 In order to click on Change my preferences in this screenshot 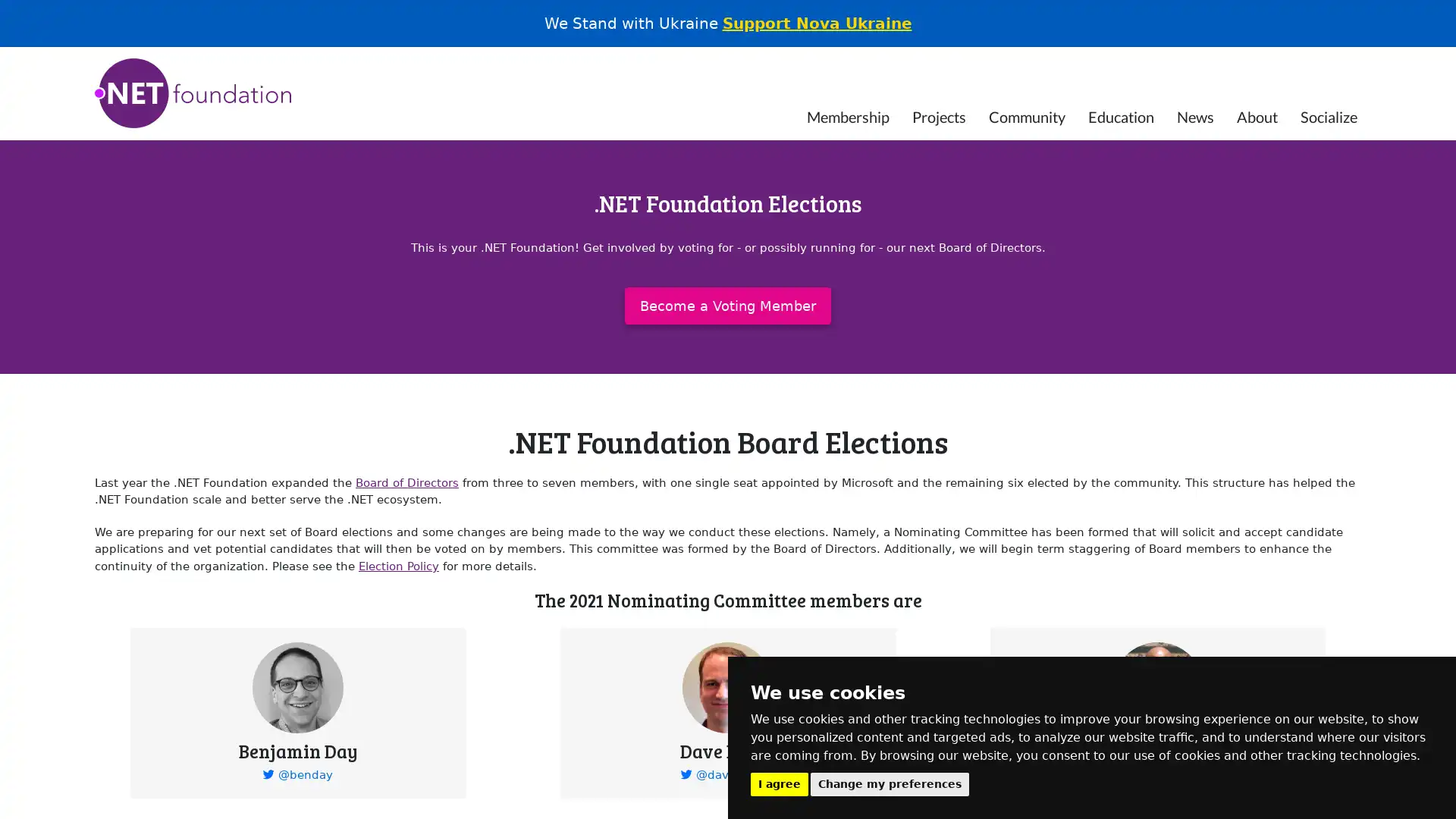, I will do `click(889, 784)`.